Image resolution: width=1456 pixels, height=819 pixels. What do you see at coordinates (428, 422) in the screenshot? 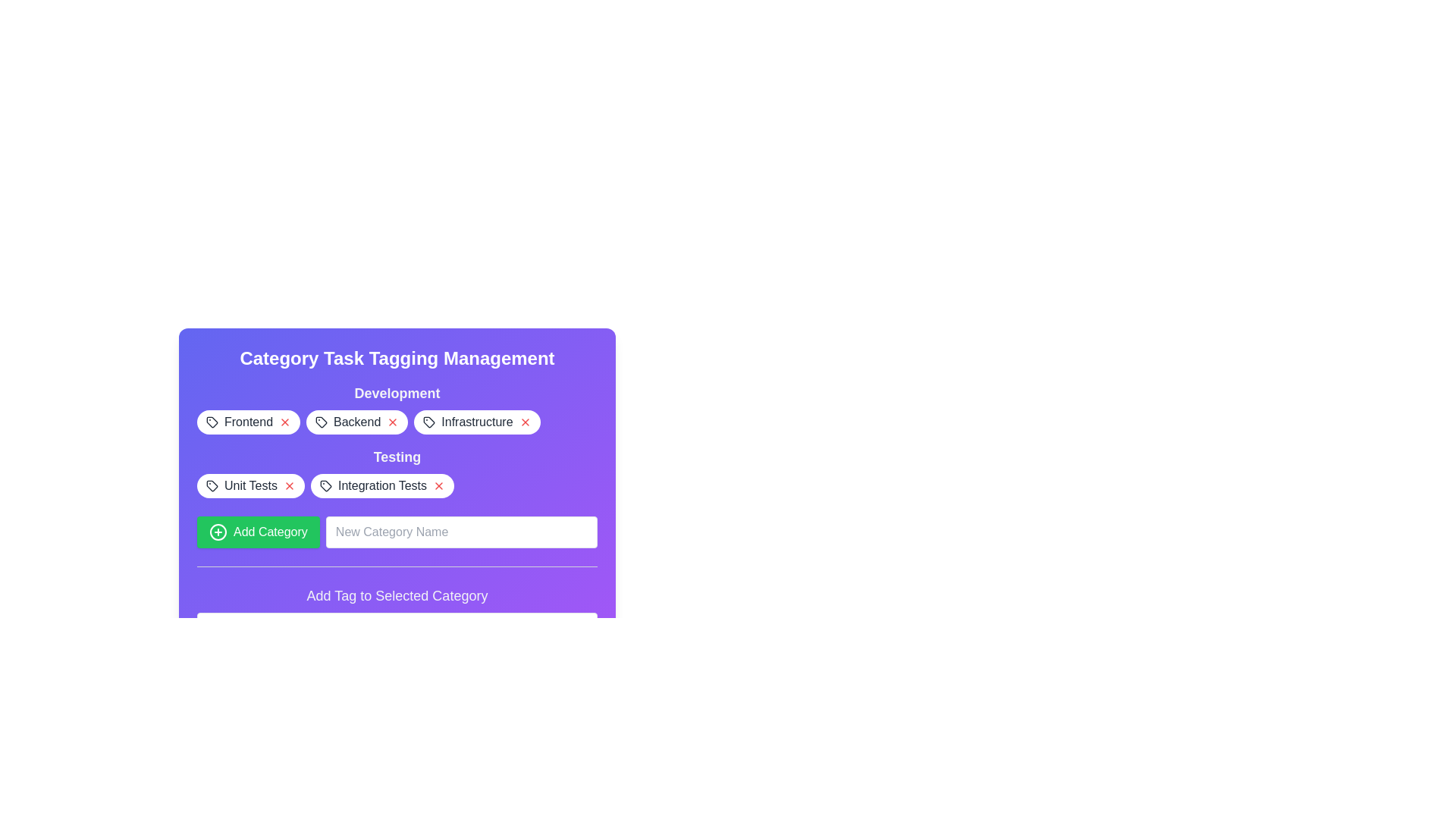
I see `the tag-shaped icon located in the 'Development' section beside the text 'Infrastructure'. This icon is identifiable by its polygonal shape with rounded corners and a small circle, indicating its labeling functionality` at bounding box center [428, 422].